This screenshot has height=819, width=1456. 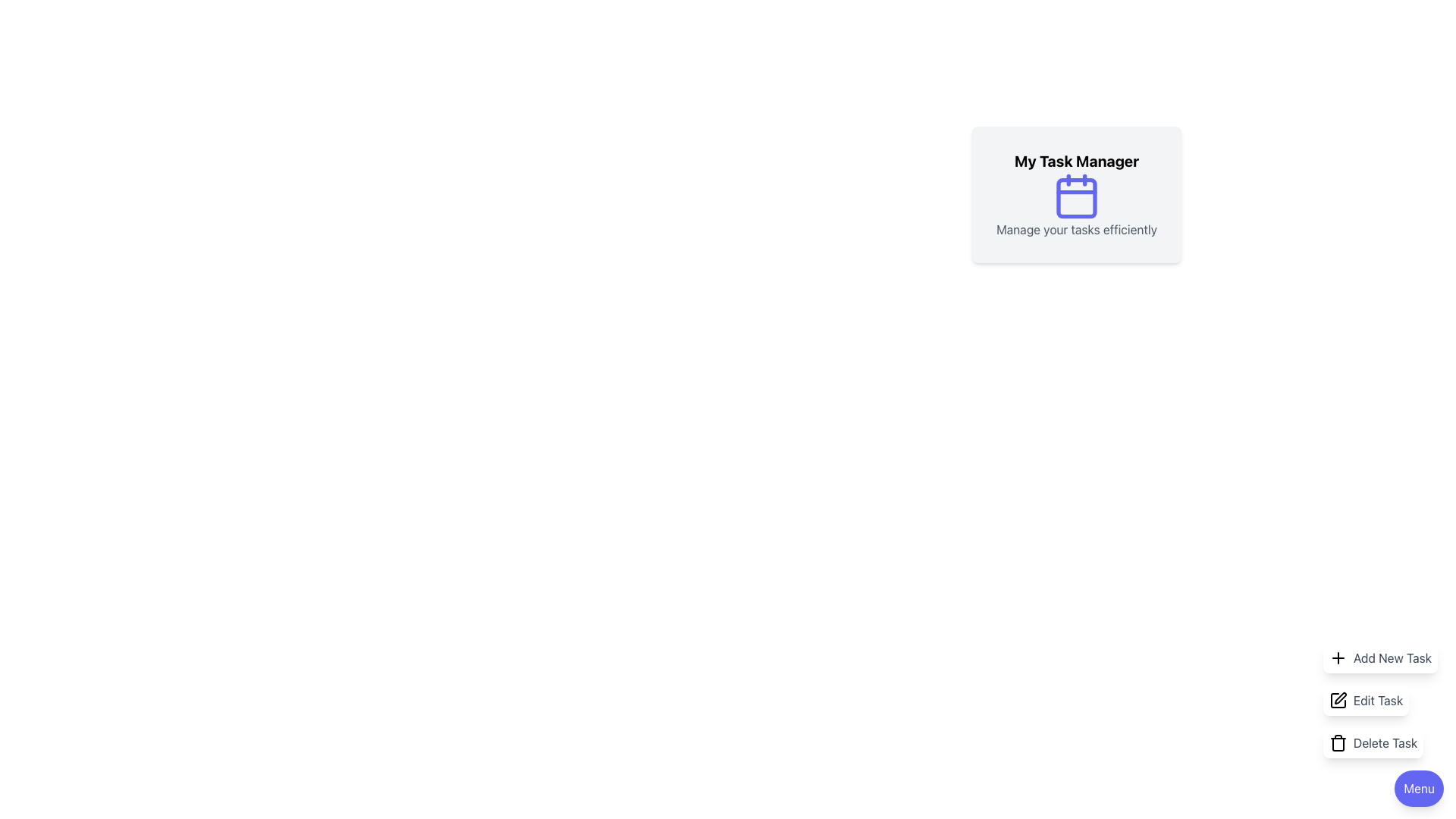 What do you see at coordinates (1392, 657) in the screenshot?
I see `text label displaying 'Add New Task' which is styled in gray and positioned next to the plus sign icon in the bottom-right corner of the menu interface` at bounding box center [1392, 657].